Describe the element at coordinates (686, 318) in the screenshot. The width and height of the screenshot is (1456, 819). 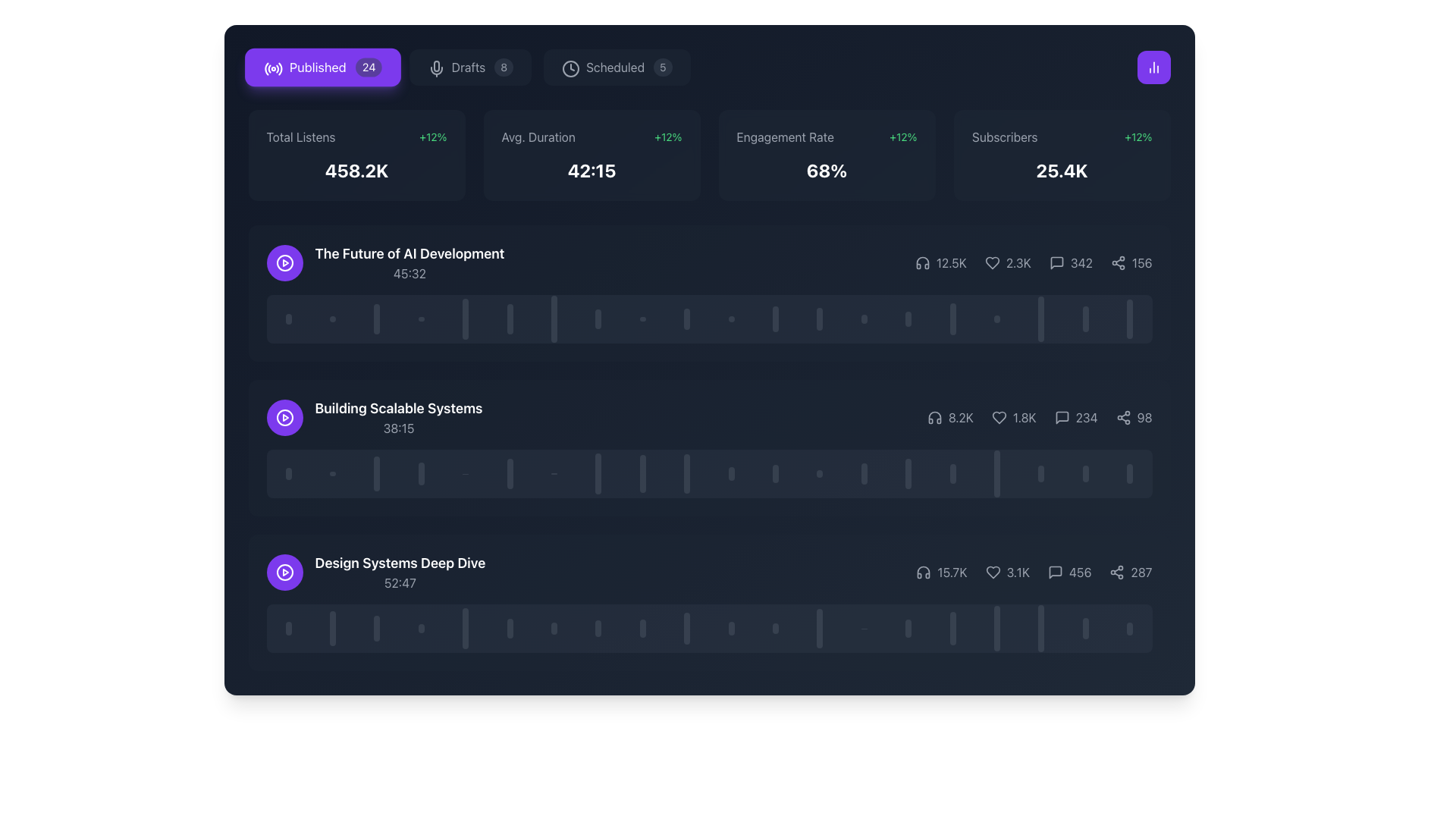
I see `the 10th vertical bar indicator in the 'The Future of AI Development' section, which serves as a visual cue in a metrics interface` at that location.